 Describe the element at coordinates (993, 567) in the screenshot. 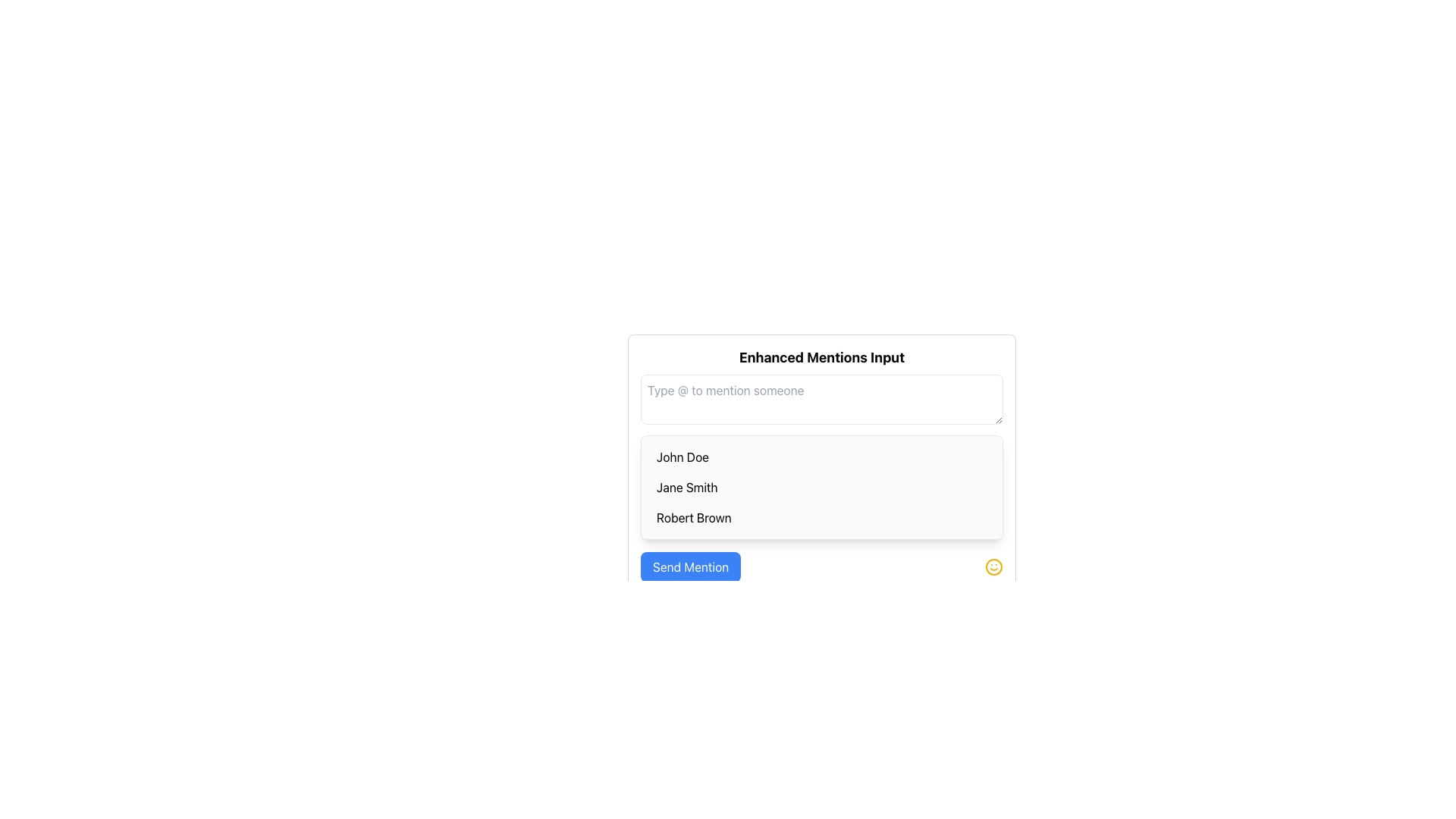

I see `the outer circle of the smiley face icon located at the bottom-right corner of the interface, which indicates positivity or success` at that location.